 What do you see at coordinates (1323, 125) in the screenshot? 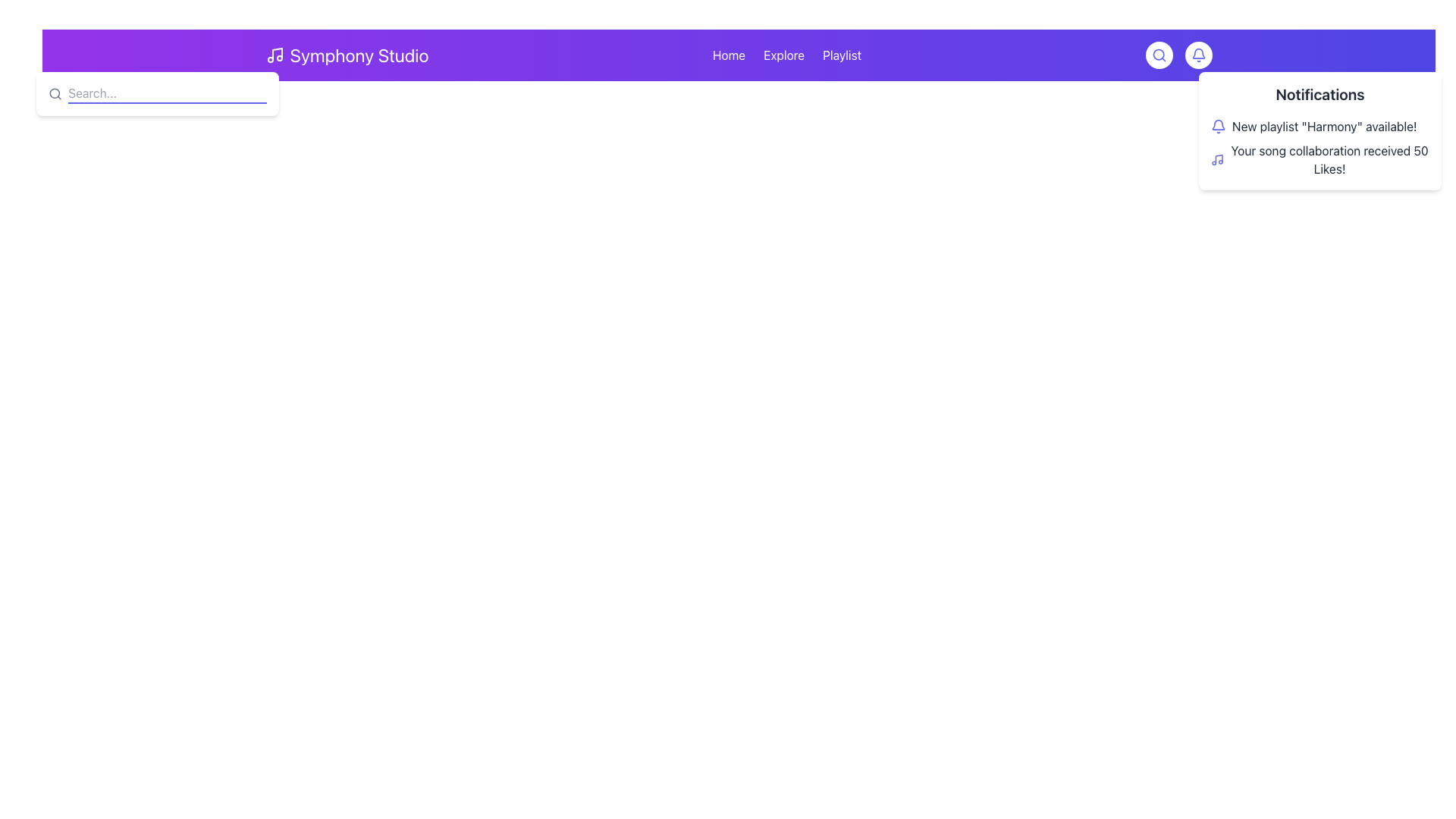
I see `text from the notifications panel displaying 'New playlist "Harmony" available!' which is styled in dark gray lettering and located below the bell icon` at bounding box center [1323, 125].